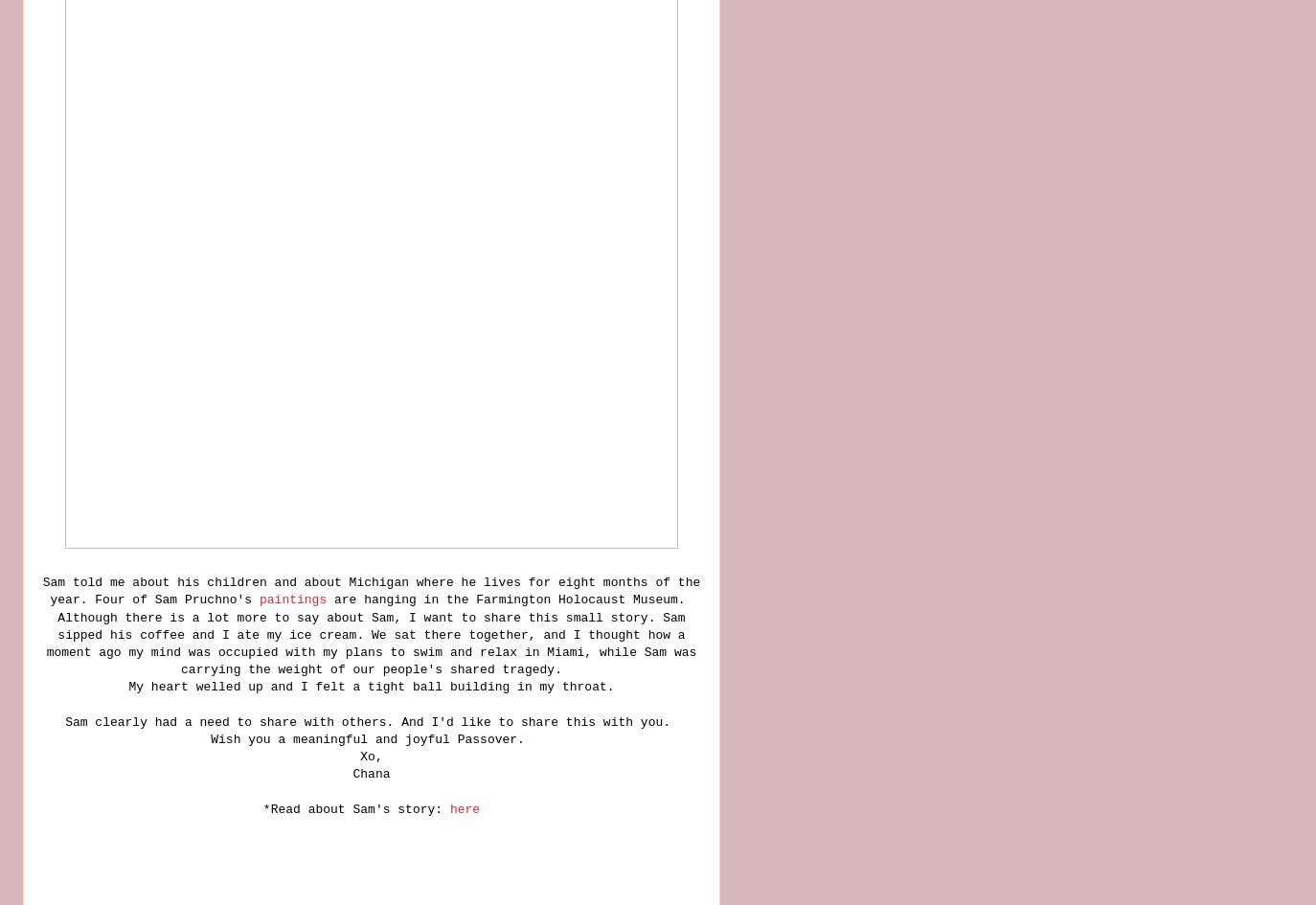 The image size is (1316, 905). What do you see at coordinates (355, 808) in the screenshot?
I see `'*Read about Sam's story:'` at bounding box center [355, 808].